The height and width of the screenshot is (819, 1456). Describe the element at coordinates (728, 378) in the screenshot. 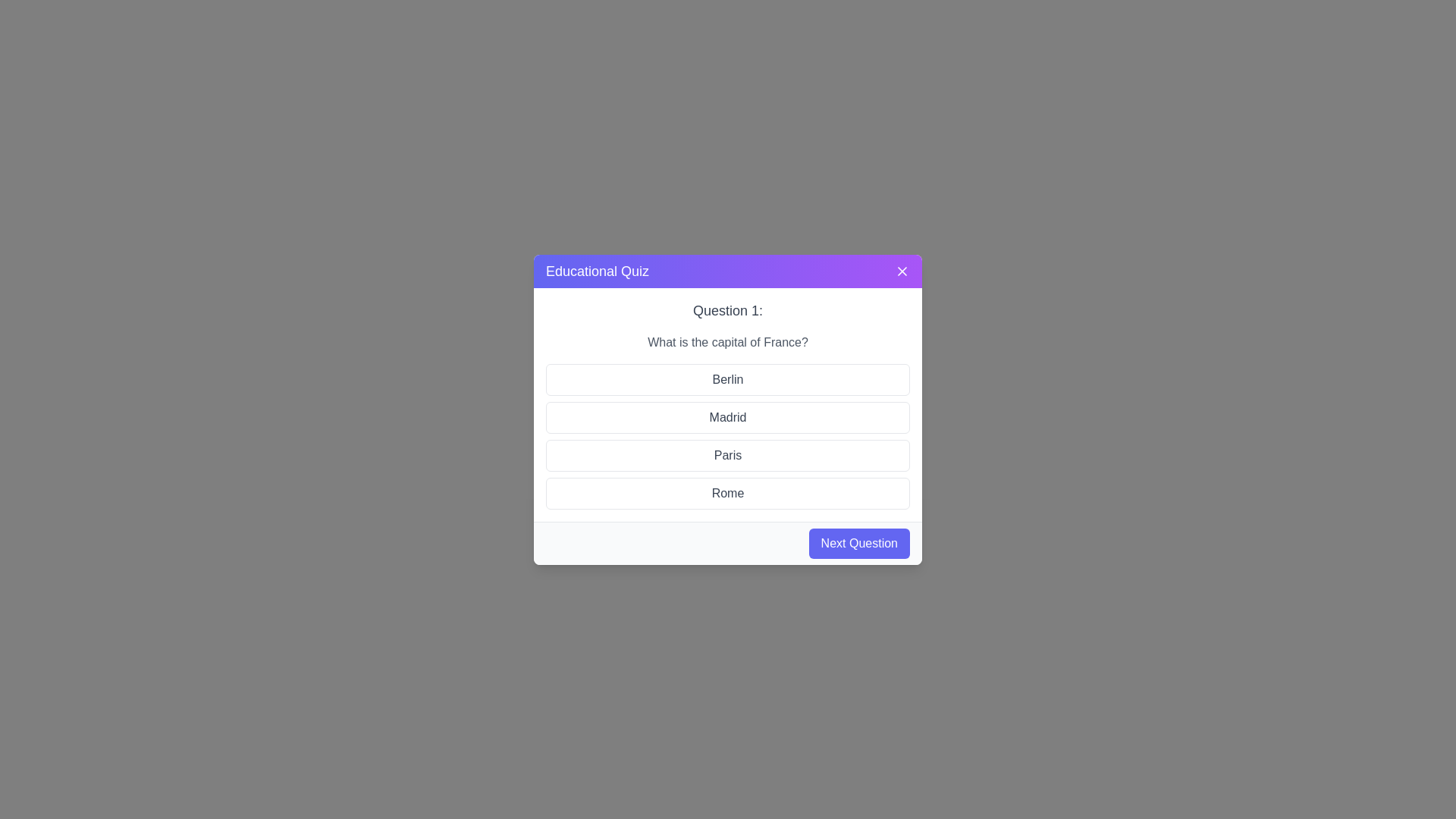

I see `the first answer option button labeled 'Berlin'` at that location.